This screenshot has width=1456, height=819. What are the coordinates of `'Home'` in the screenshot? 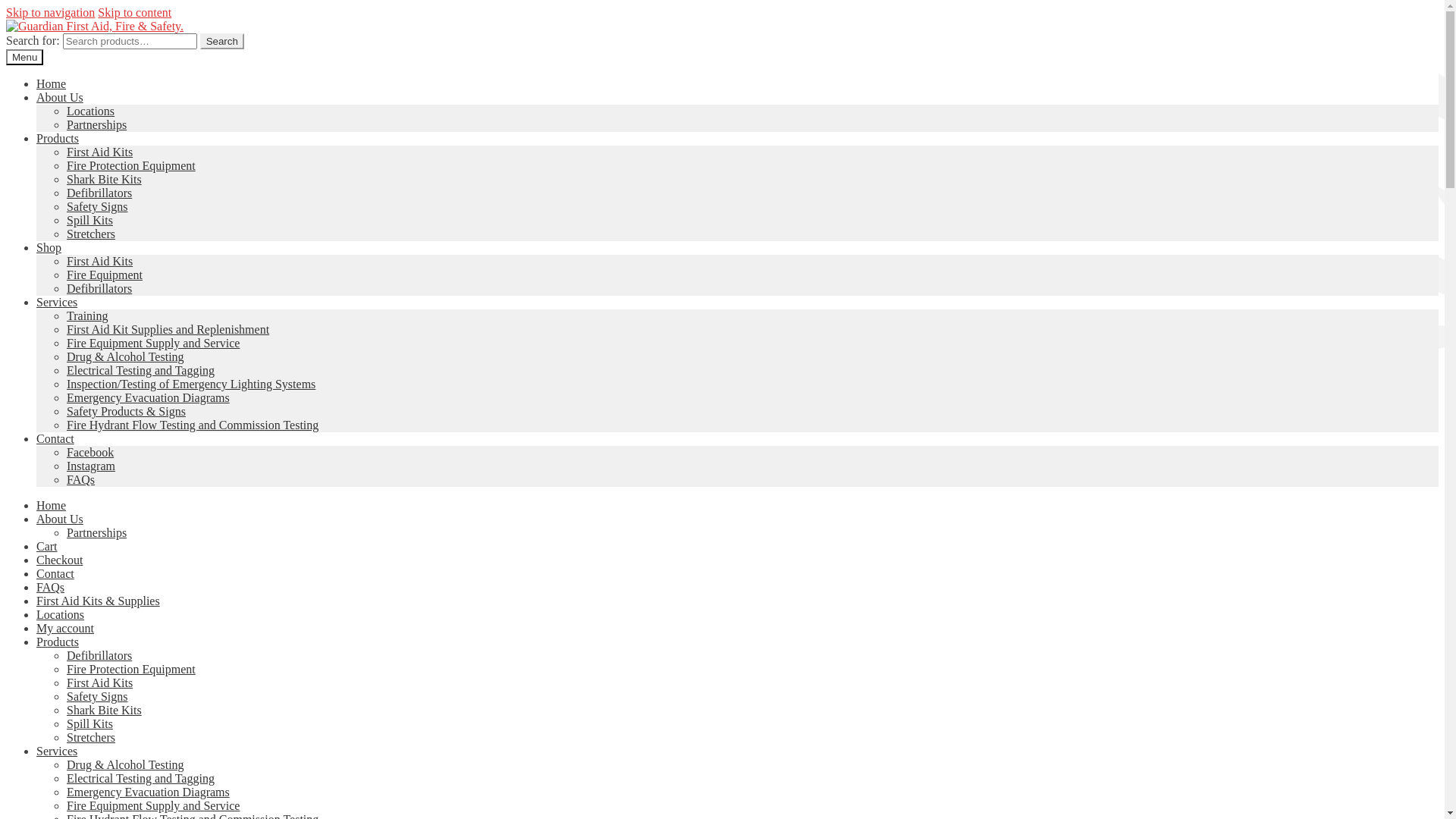 It's located at (51, 83).